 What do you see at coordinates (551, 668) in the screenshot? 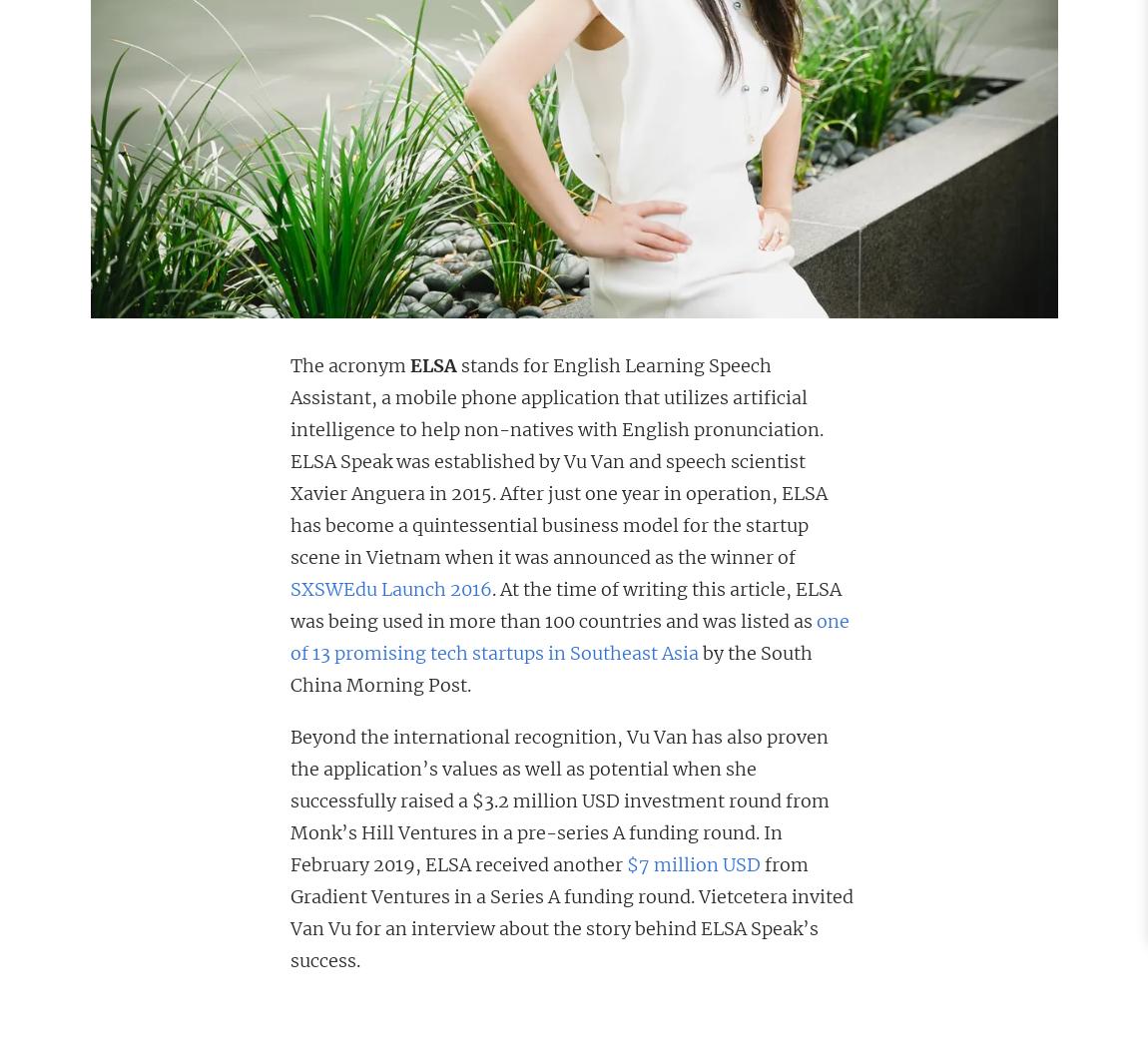
I see `'by the South China Morning Post.'` at bounding box center [551, 668].